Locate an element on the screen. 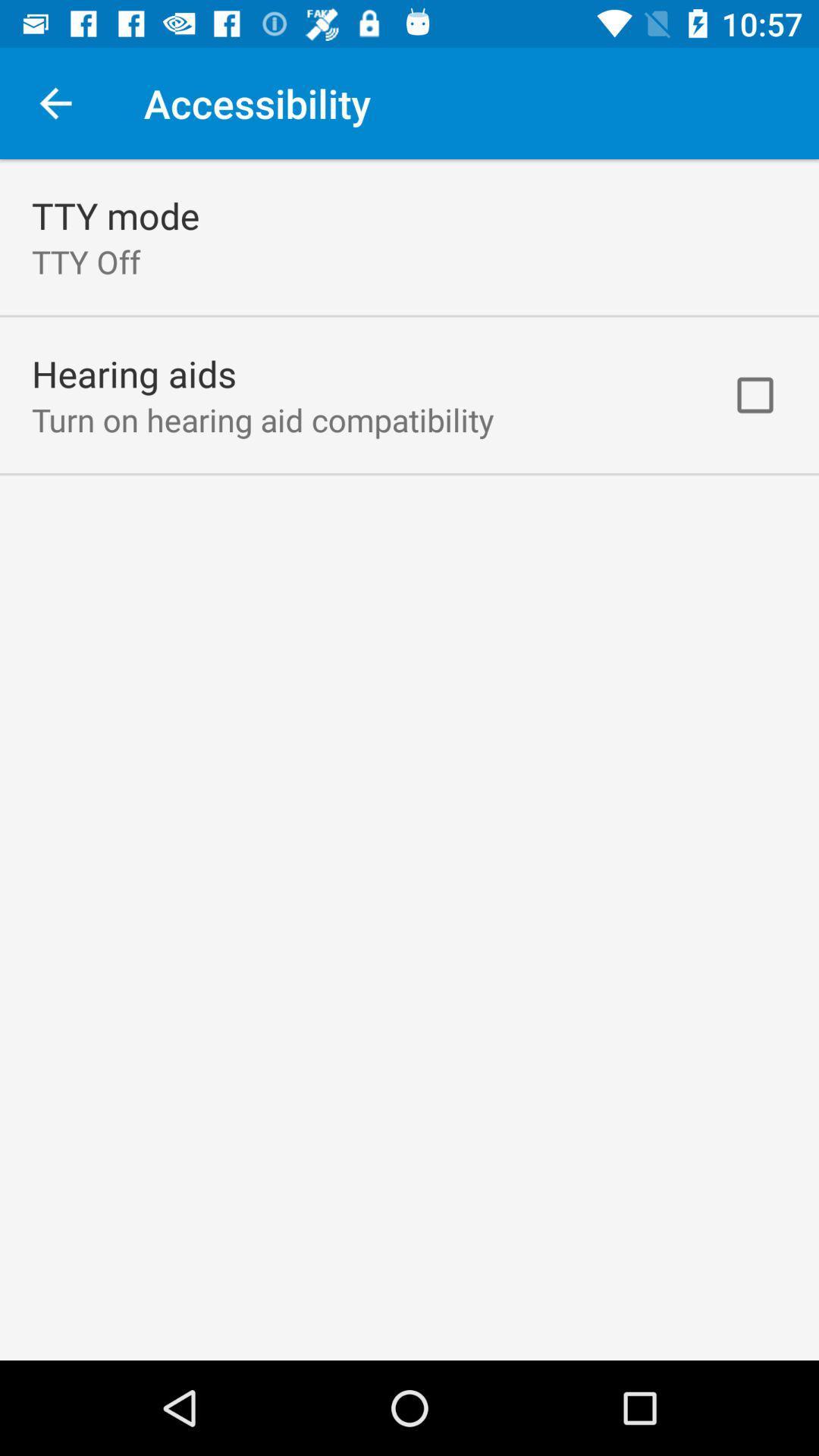 This screenshot has width=819, height=1456. icon at the top right corner is located at coordinates (755, 395).